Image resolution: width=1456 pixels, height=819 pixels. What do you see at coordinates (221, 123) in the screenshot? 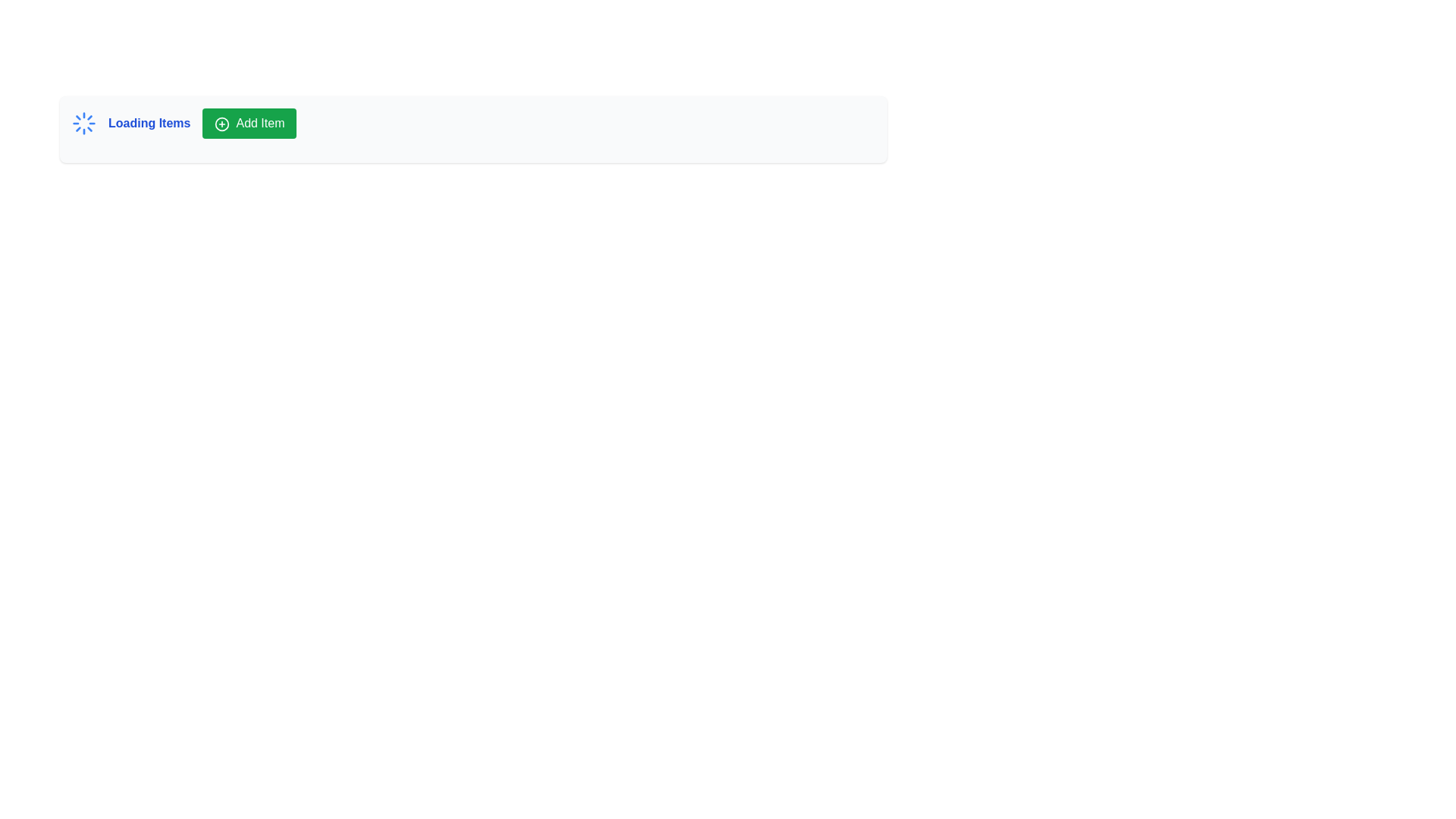
I see `the plus sign icon inside the green circle of the 'Add Item' button, which is located on the right side of the horizontal interface` at bounding box center [221, 123].